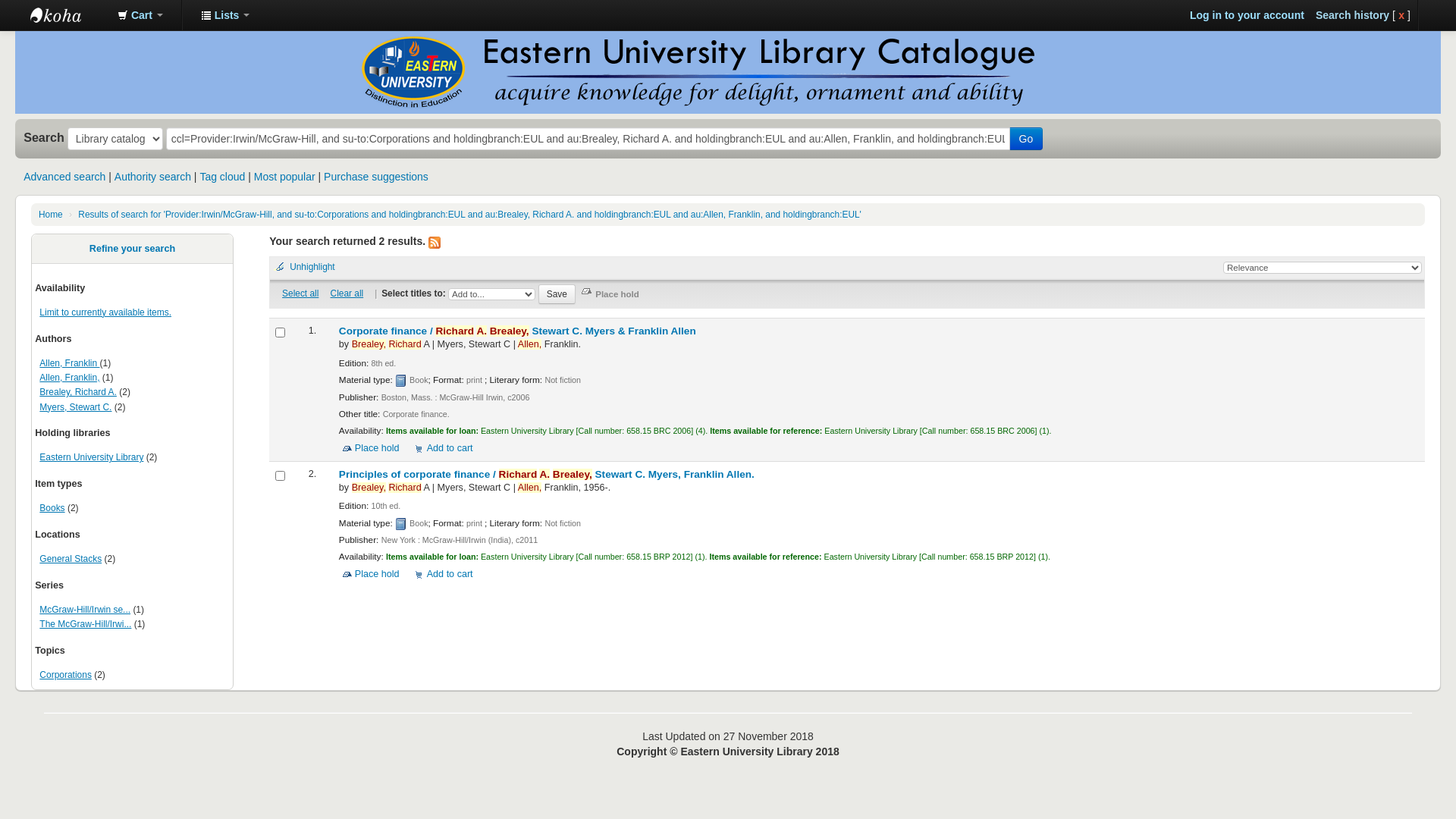  What do you see at coordinates (441, 447) in the screenshot?
I see `'Add to cart'` at bounding box center [441, 447].